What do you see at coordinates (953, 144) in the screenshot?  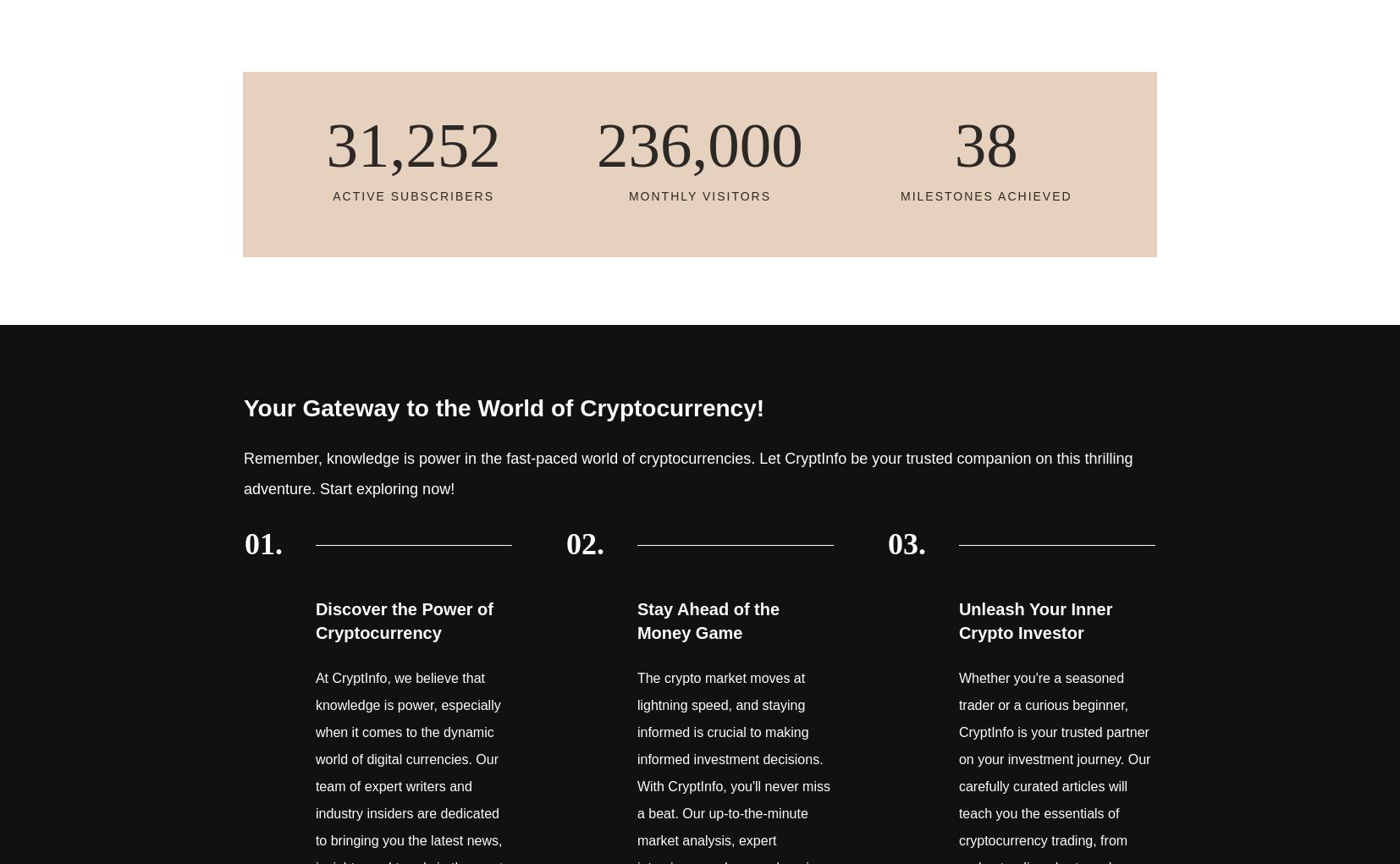 I see `'38'` at bounding box center [953, 144].